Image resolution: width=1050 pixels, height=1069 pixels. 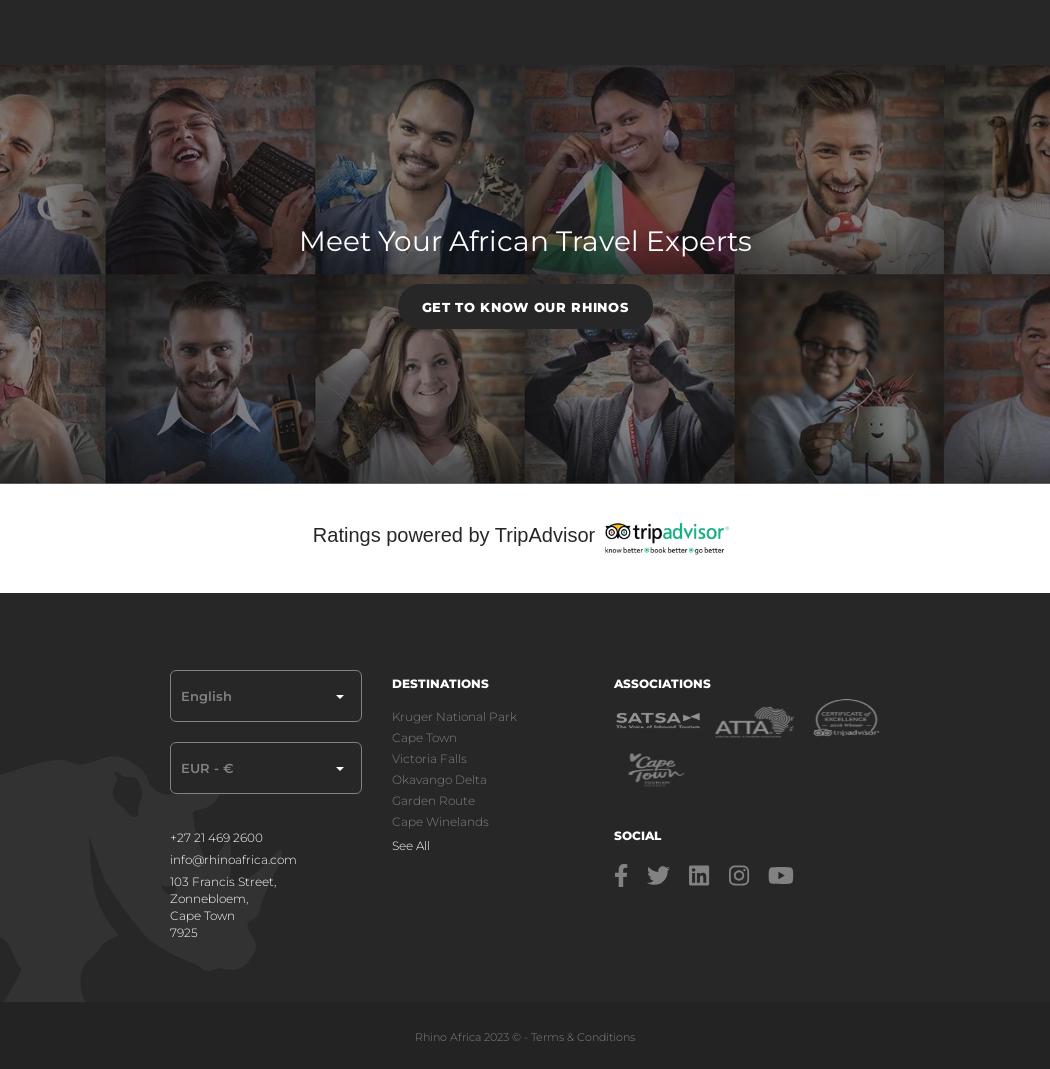 I want to click on 'Terms & Conditions', so click(x=581, y=1035).